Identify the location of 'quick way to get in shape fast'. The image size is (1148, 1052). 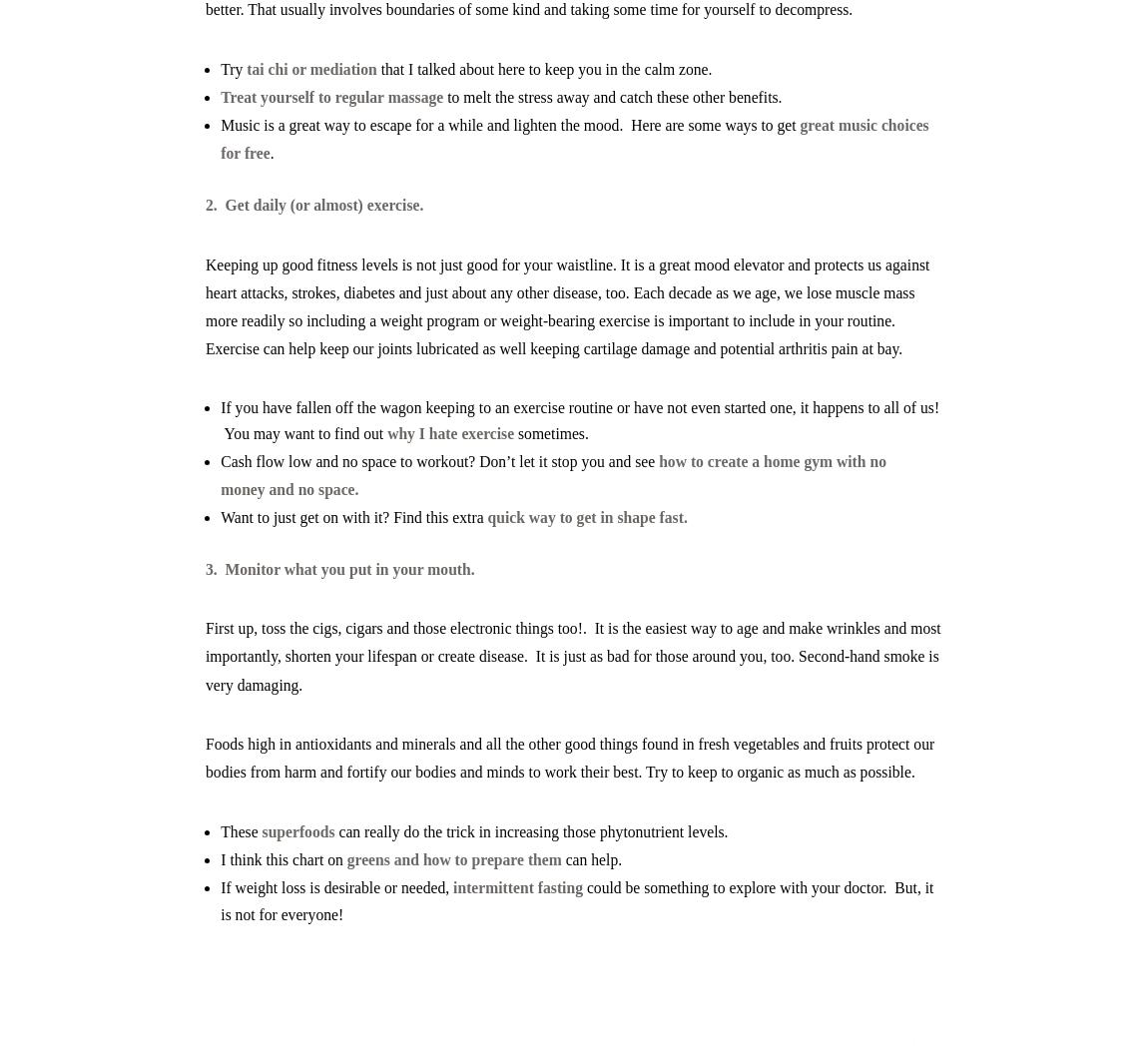
(486, 516).